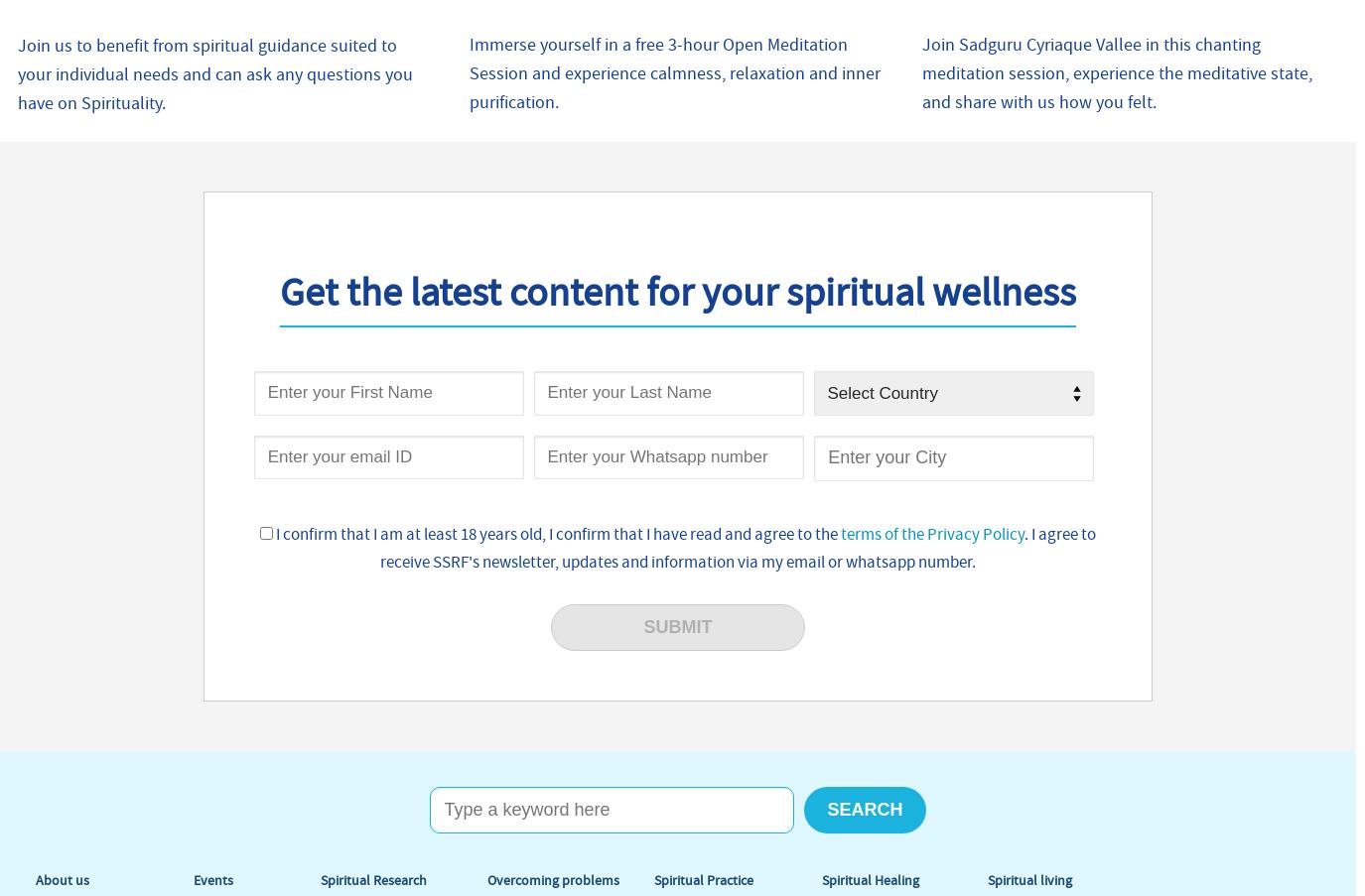 The image size is (1365, 896). Describe the element at coordinates (320, 880) in the screenshot. I see `'Spiritual Research'` at that location.